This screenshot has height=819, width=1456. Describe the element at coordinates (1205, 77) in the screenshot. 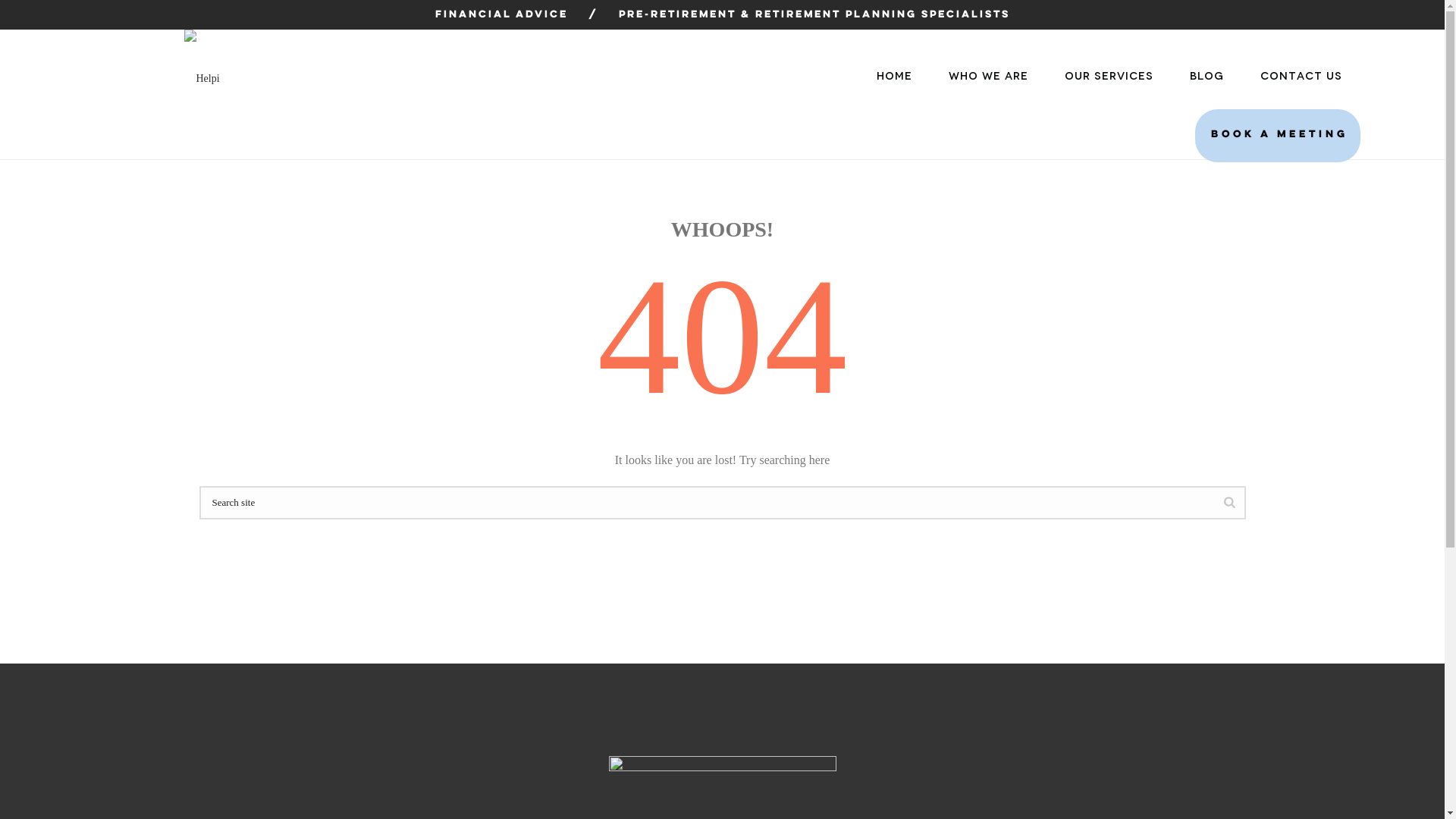

I see `'BLOG'` at that location.